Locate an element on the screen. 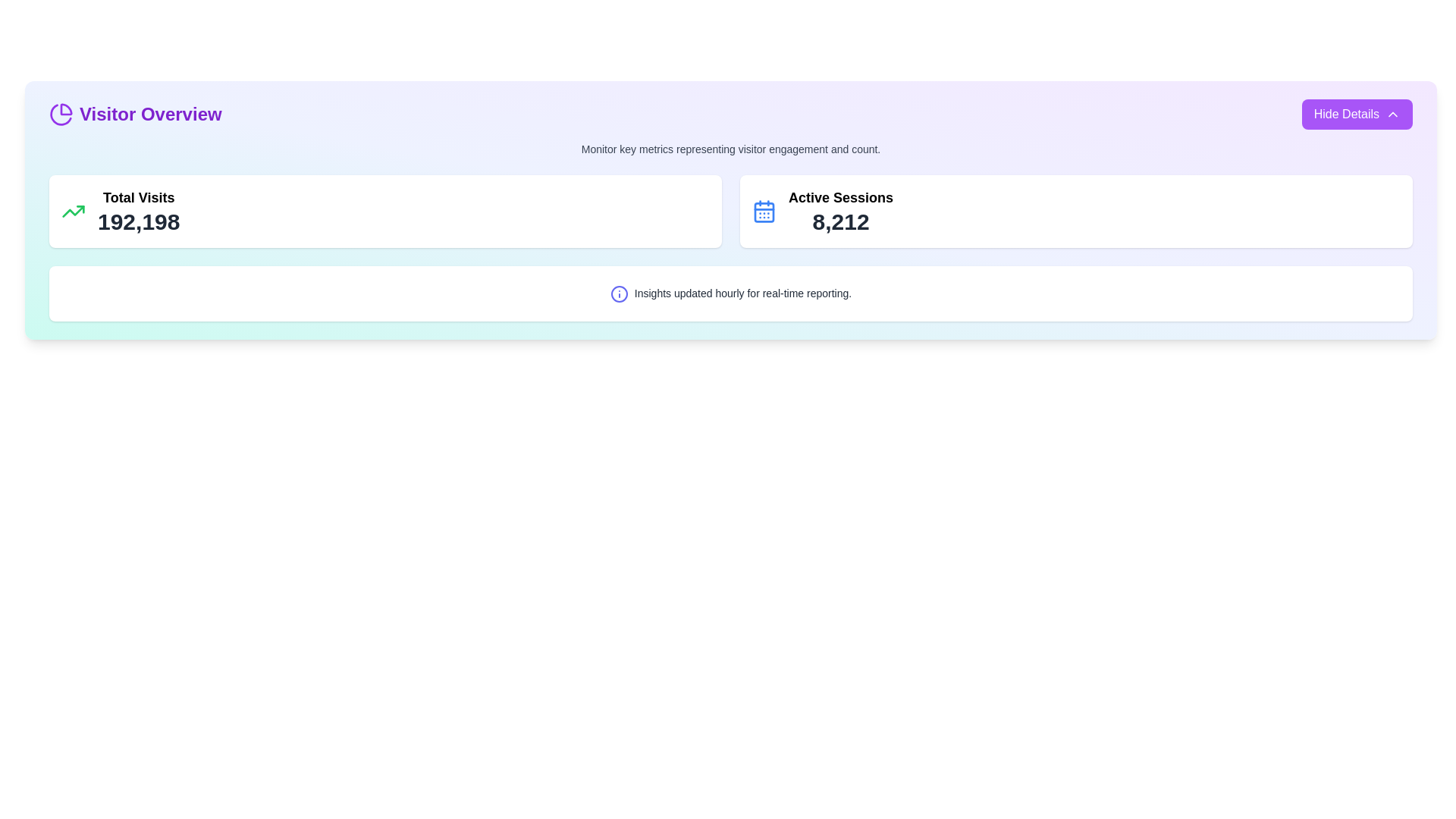 Image resolution: width=1456 pixels, height=819 pixels. the informational icon styled as a circular outline with an 'i' symbol is located at coordinates (619, 293).